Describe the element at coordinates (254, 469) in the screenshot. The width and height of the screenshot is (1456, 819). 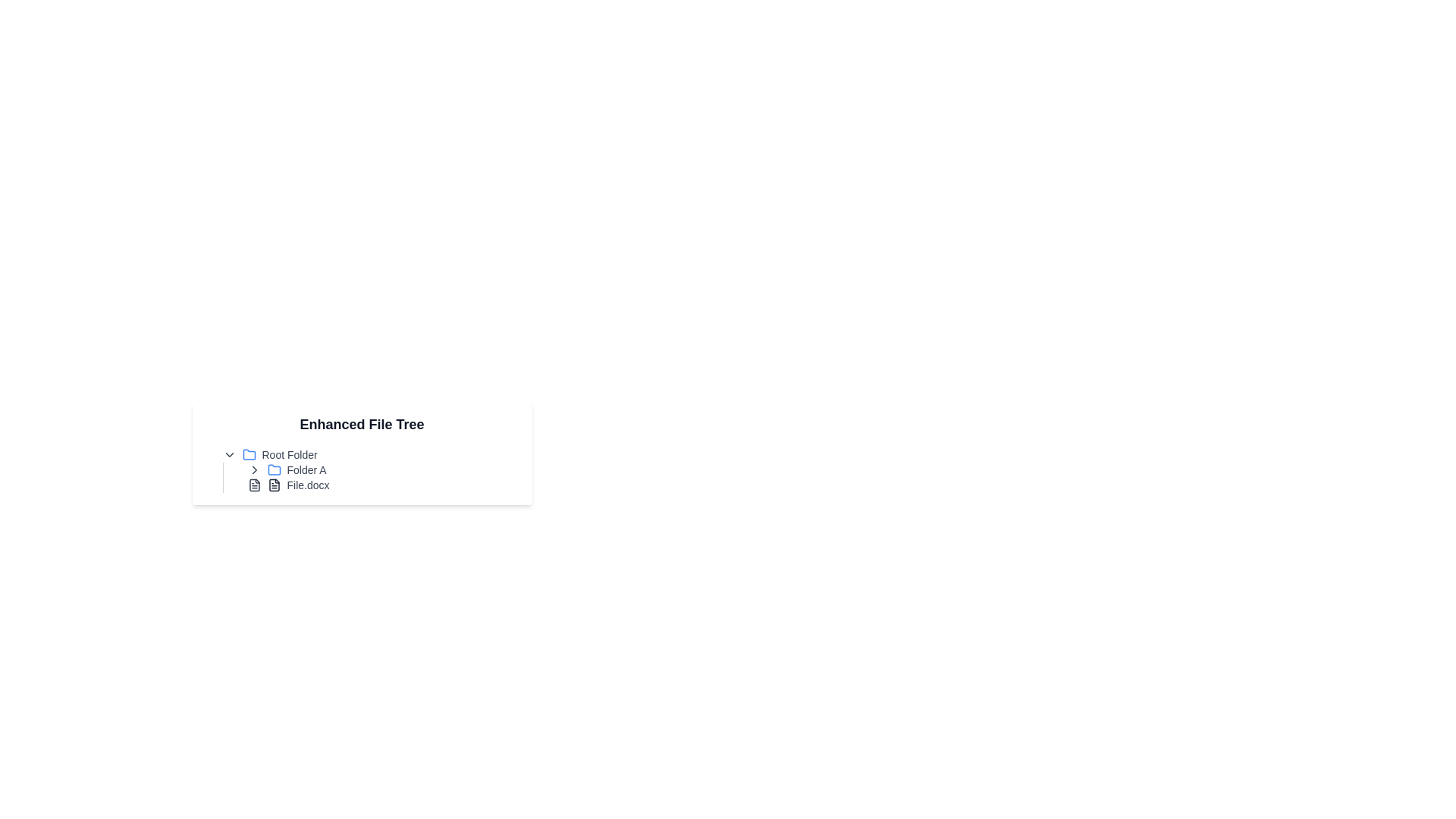
I see `the right-pointing chevron icon next to the label 'Folder A' in the file tree` at that location.